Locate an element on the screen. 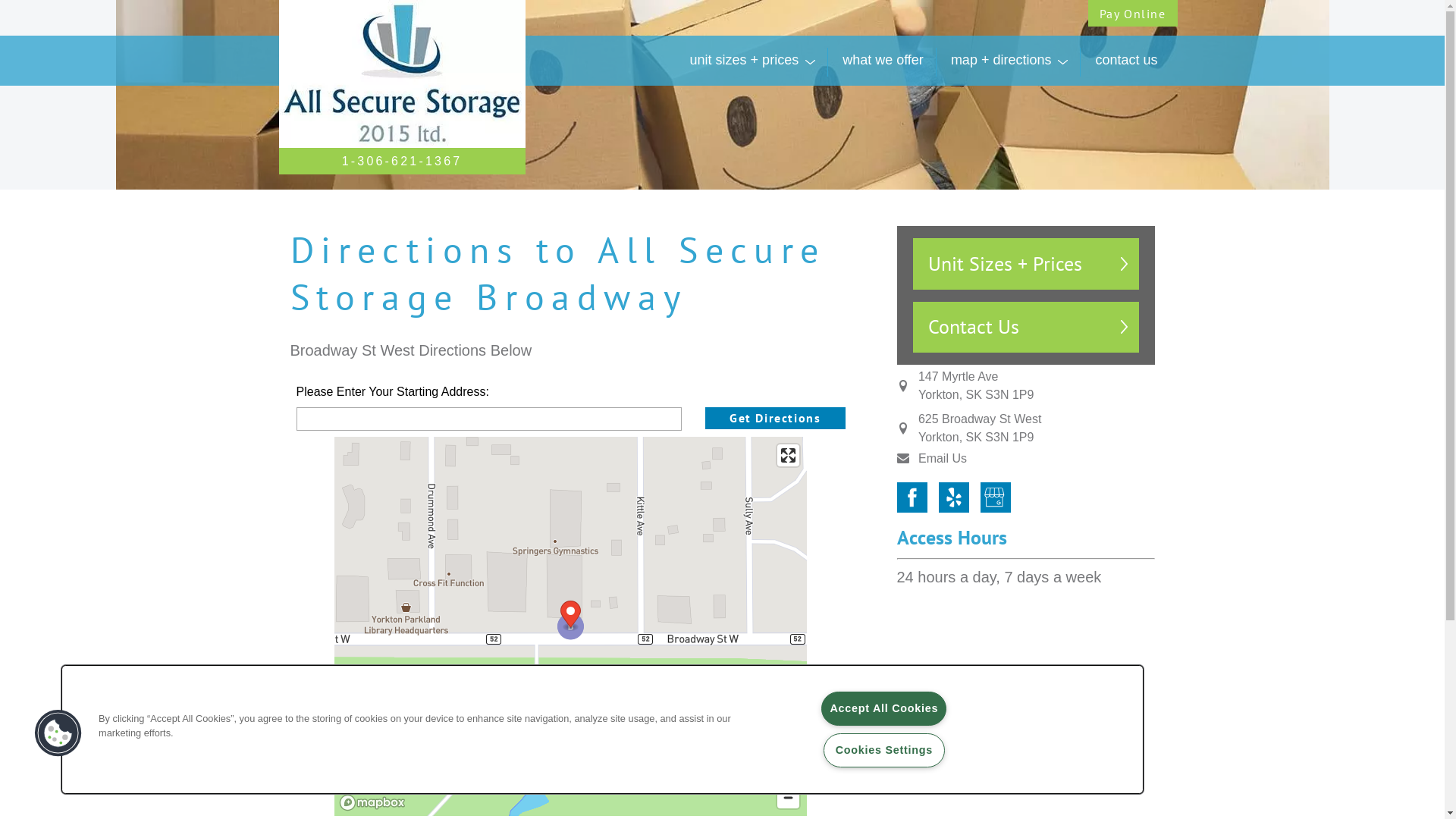 Image resolution: width=1456 pixels, height=819 pixels. 'Zoom out' is located at coordinates (777, 797).